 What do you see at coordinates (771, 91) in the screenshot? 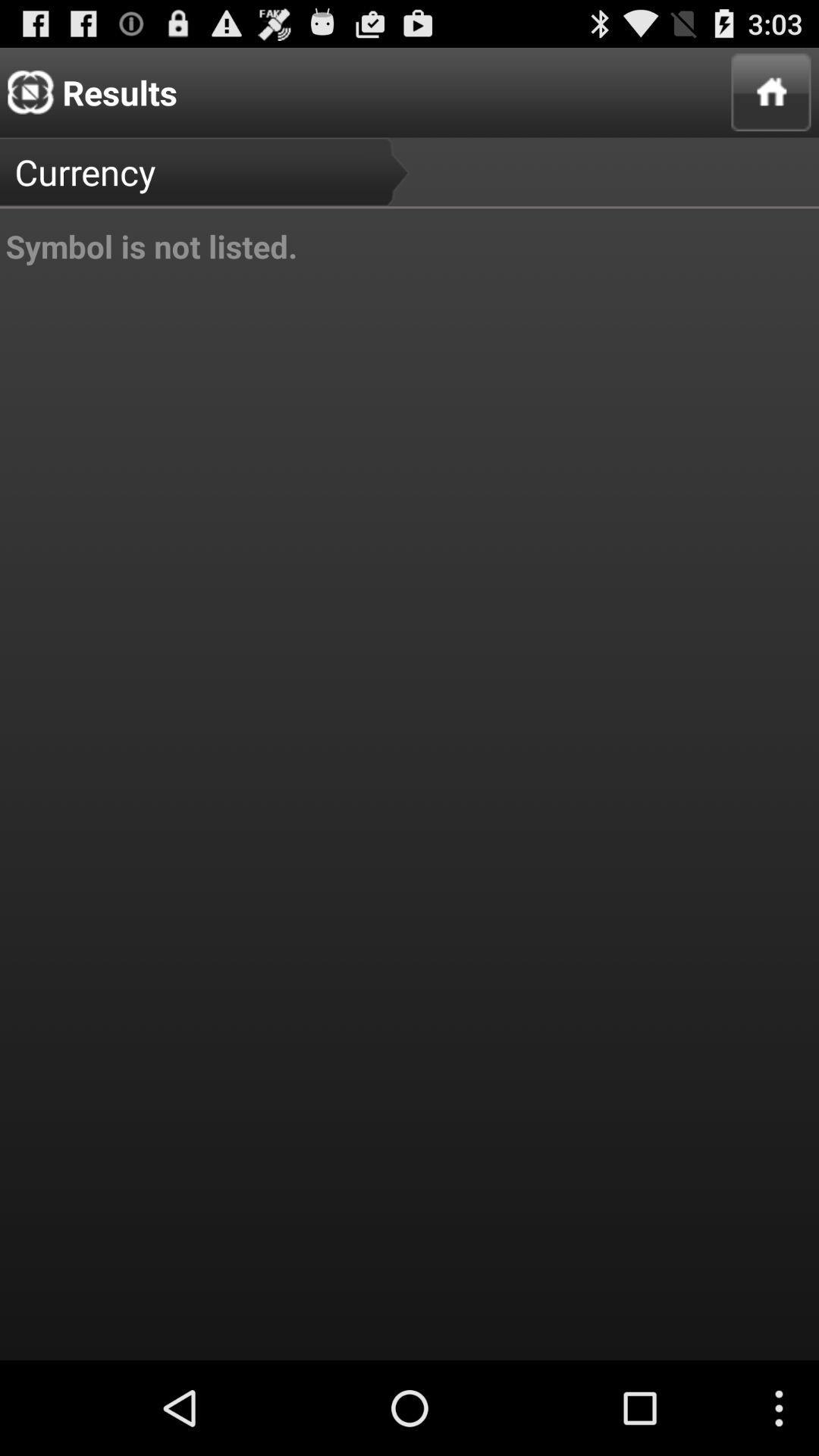
I see `app to the right of currency icon` at bounding box center [771, 91].